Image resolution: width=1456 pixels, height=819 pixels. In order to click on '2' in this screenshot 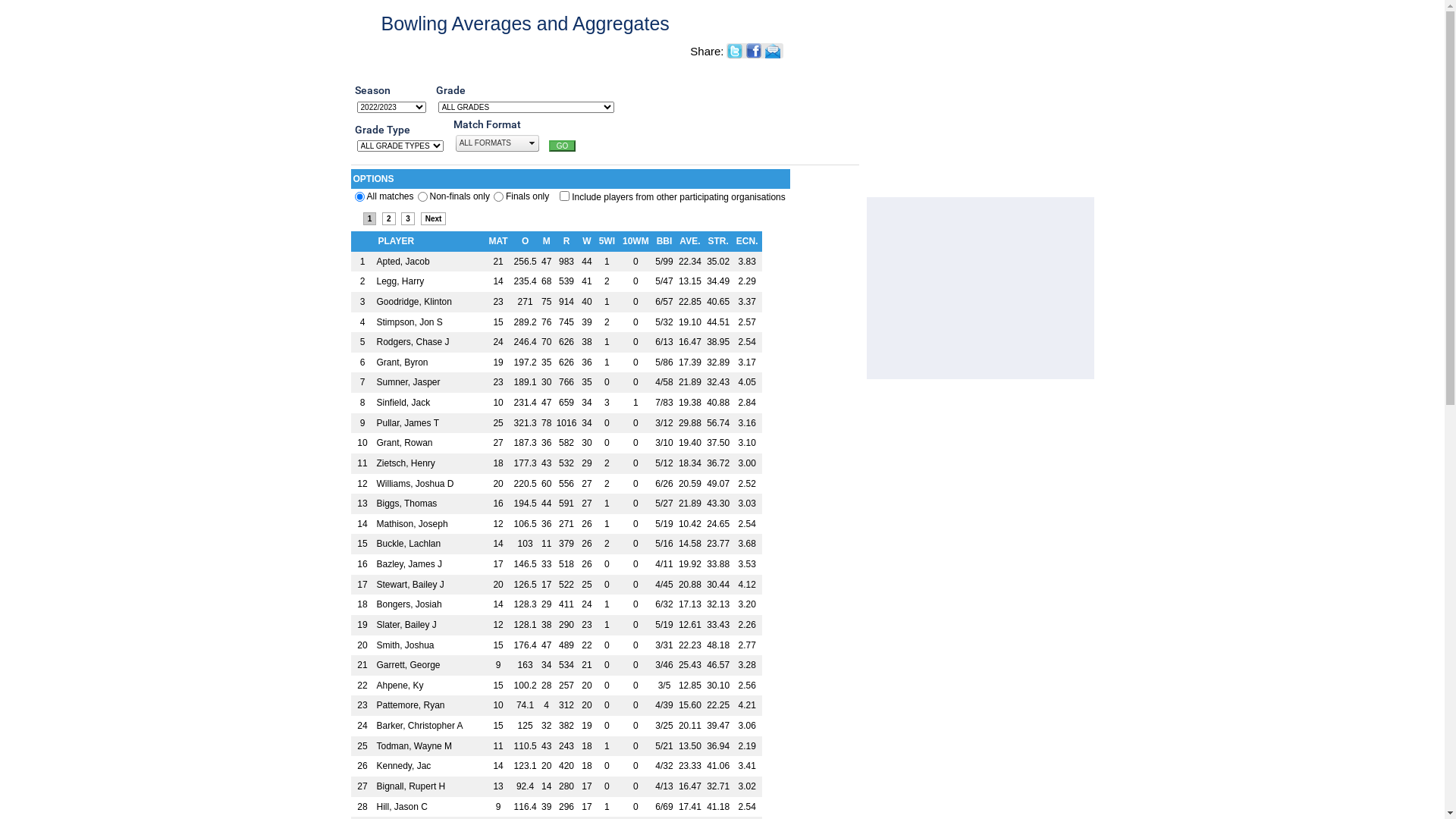, I will do `click(498, 196)`.